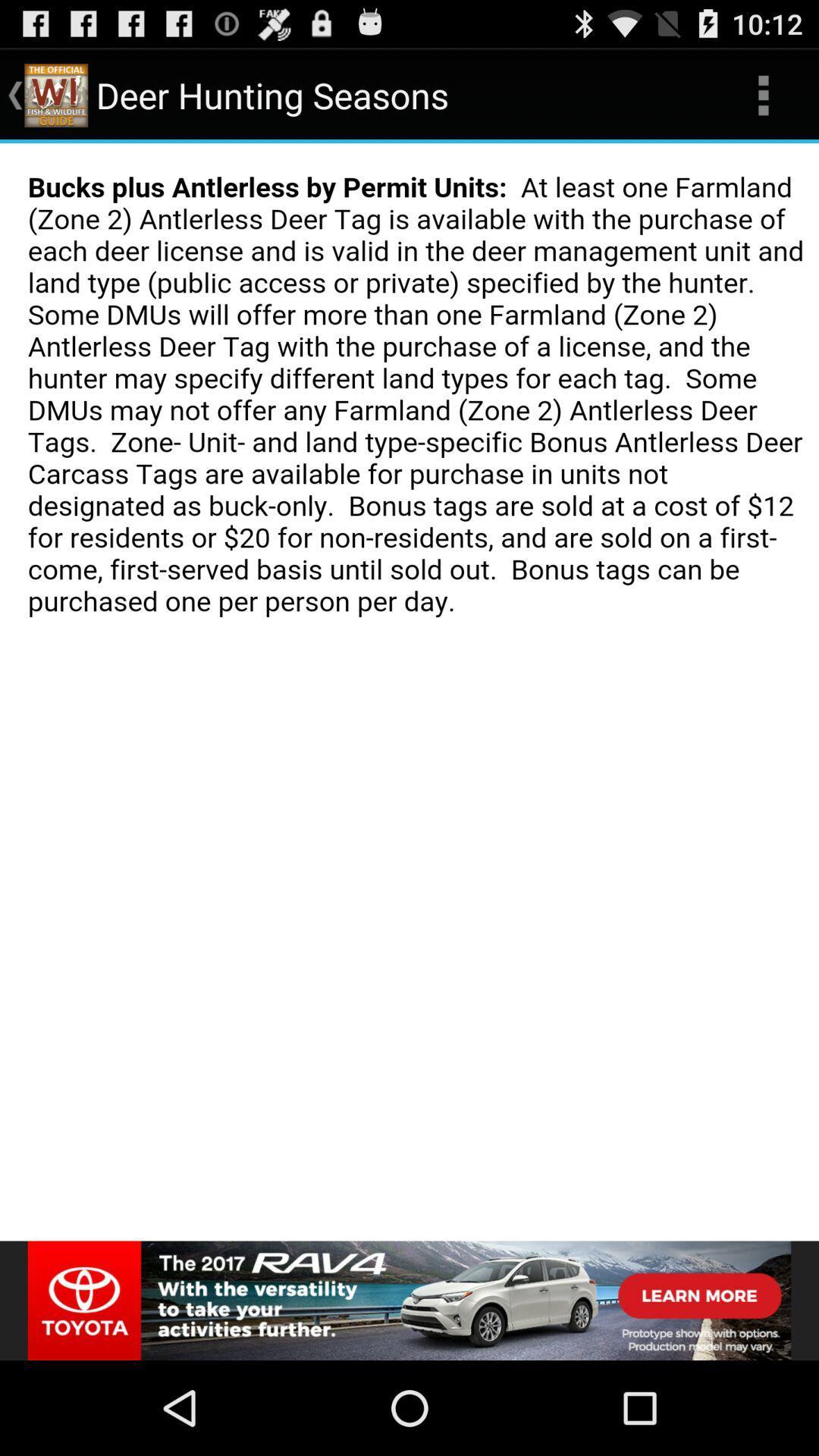 This screenshot has height=1456, width=819. I want to click on view toyota website, so click(409, 1300).